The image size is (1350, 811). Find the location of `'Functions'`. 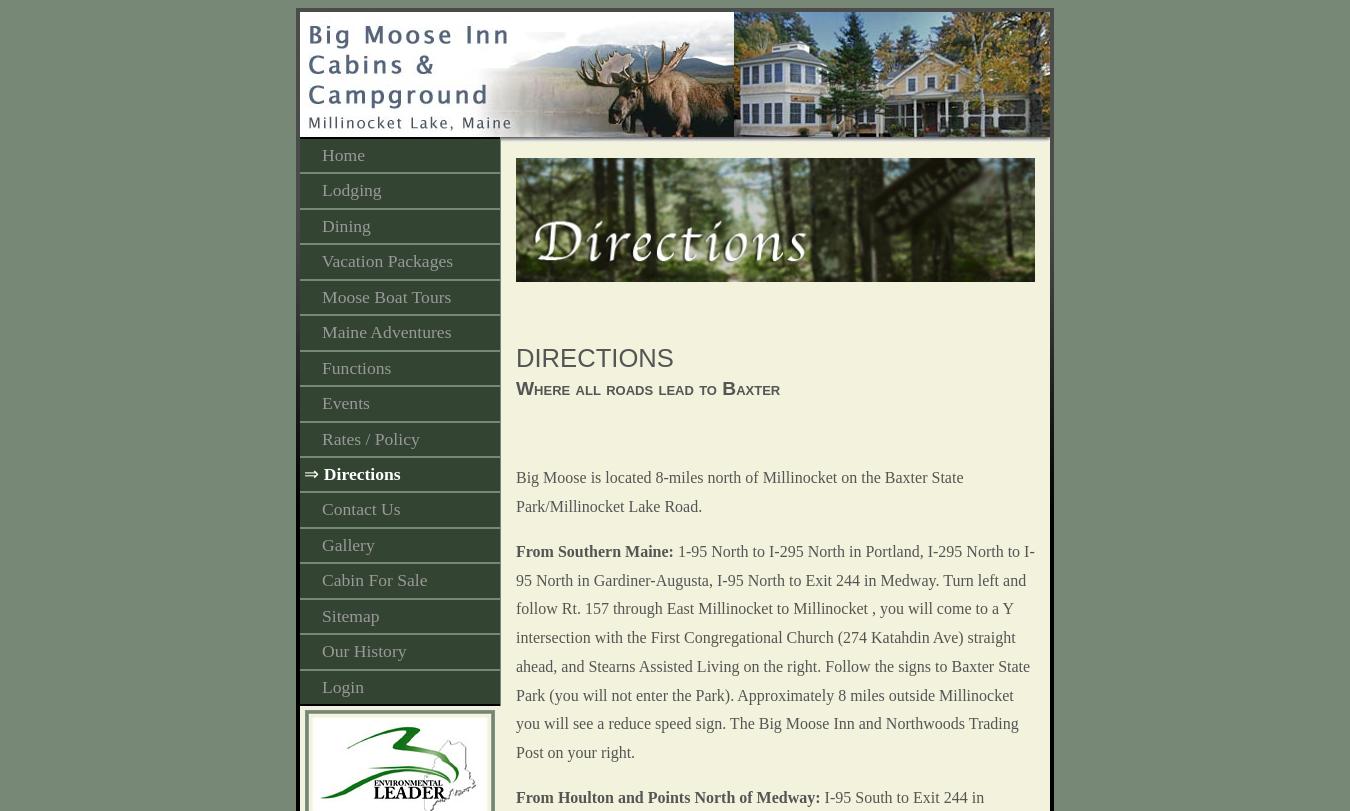

'Functions' is located at coordinates (320, 366).